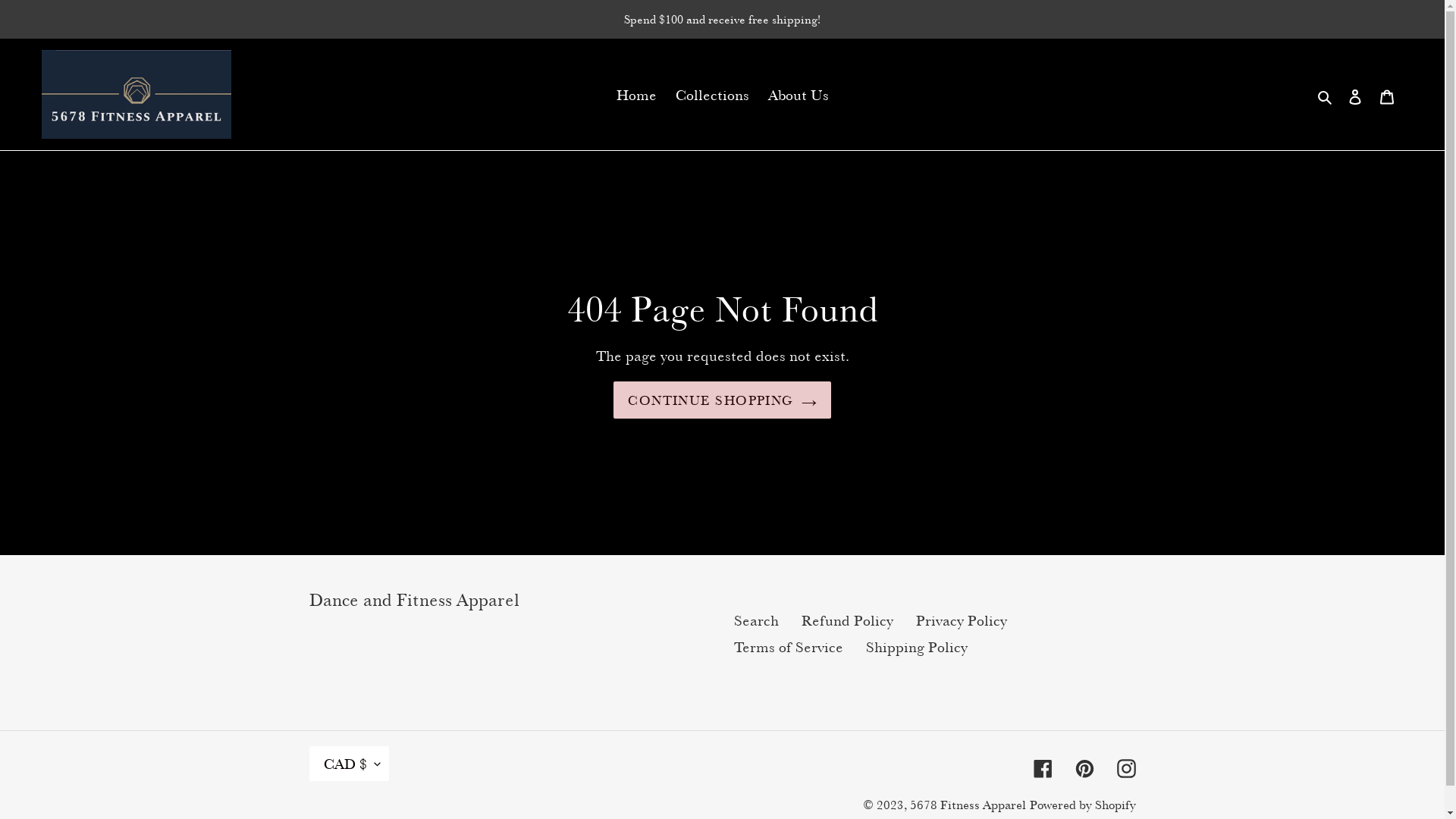 This screenshot has height=819, width=1456. Describe the element at coordinates (1084, 766) in the screenshot. I see `'Pinterest'` at that location.